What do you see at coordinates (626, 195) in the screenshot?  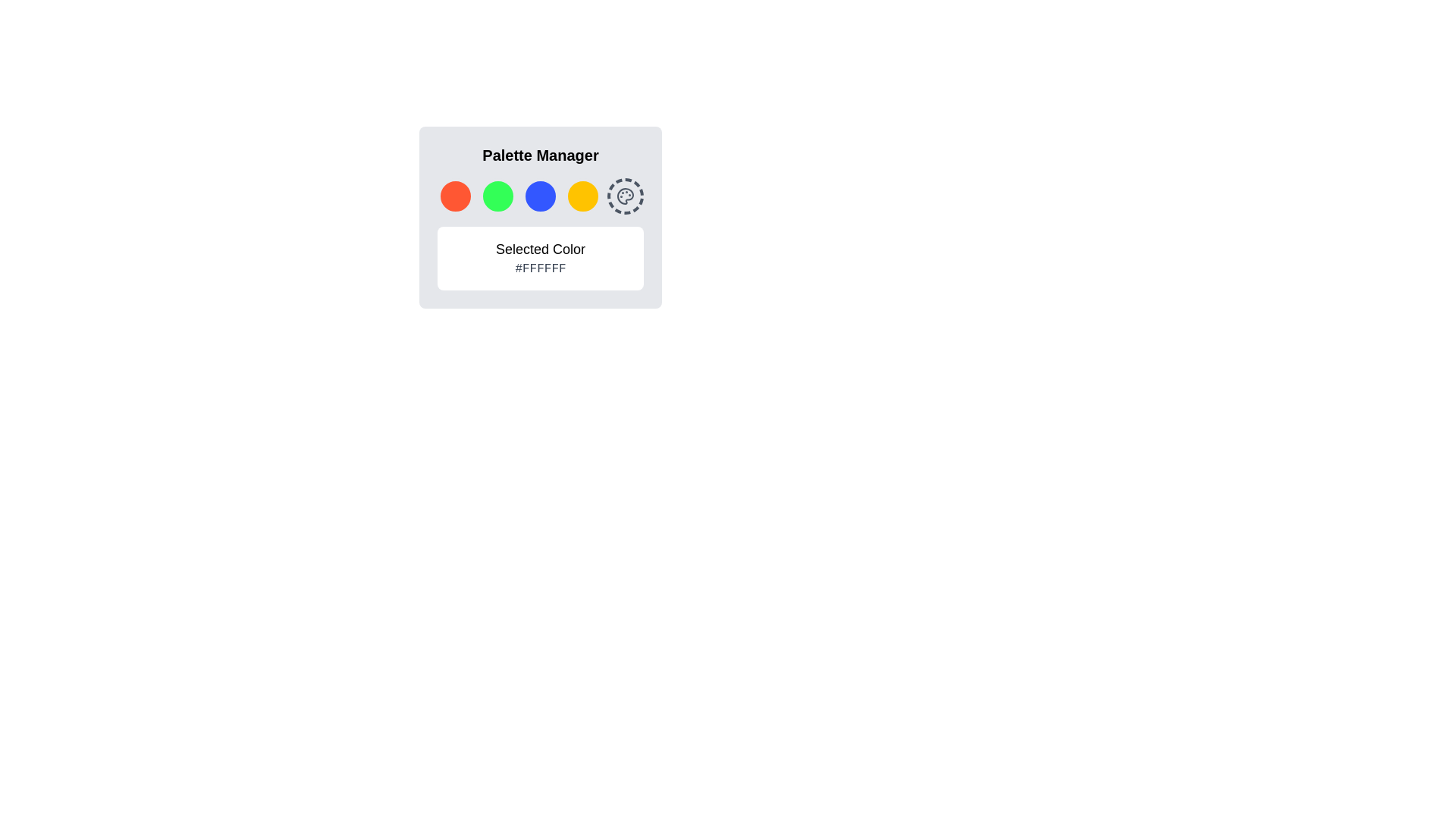 I see `the circular button with a gray palette icon, which is the last button in a sequence of five buttons in the palette management tool` at bounding box center [626, 195].